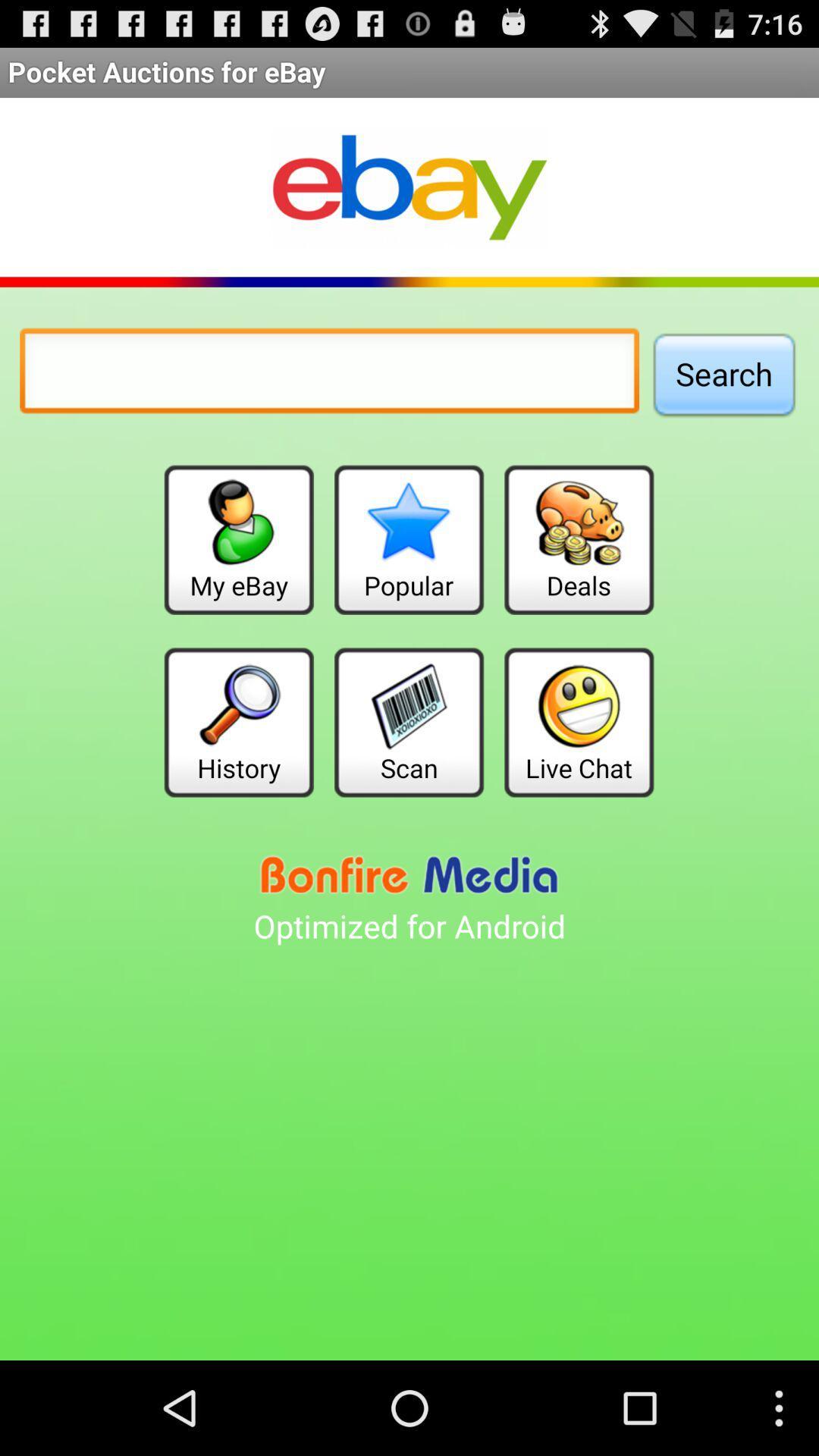 This screenshot has height=1456, width=819. Describe the element at coordinates (408, 540) in the screenshot. I see `the icon above the scan` at that location.